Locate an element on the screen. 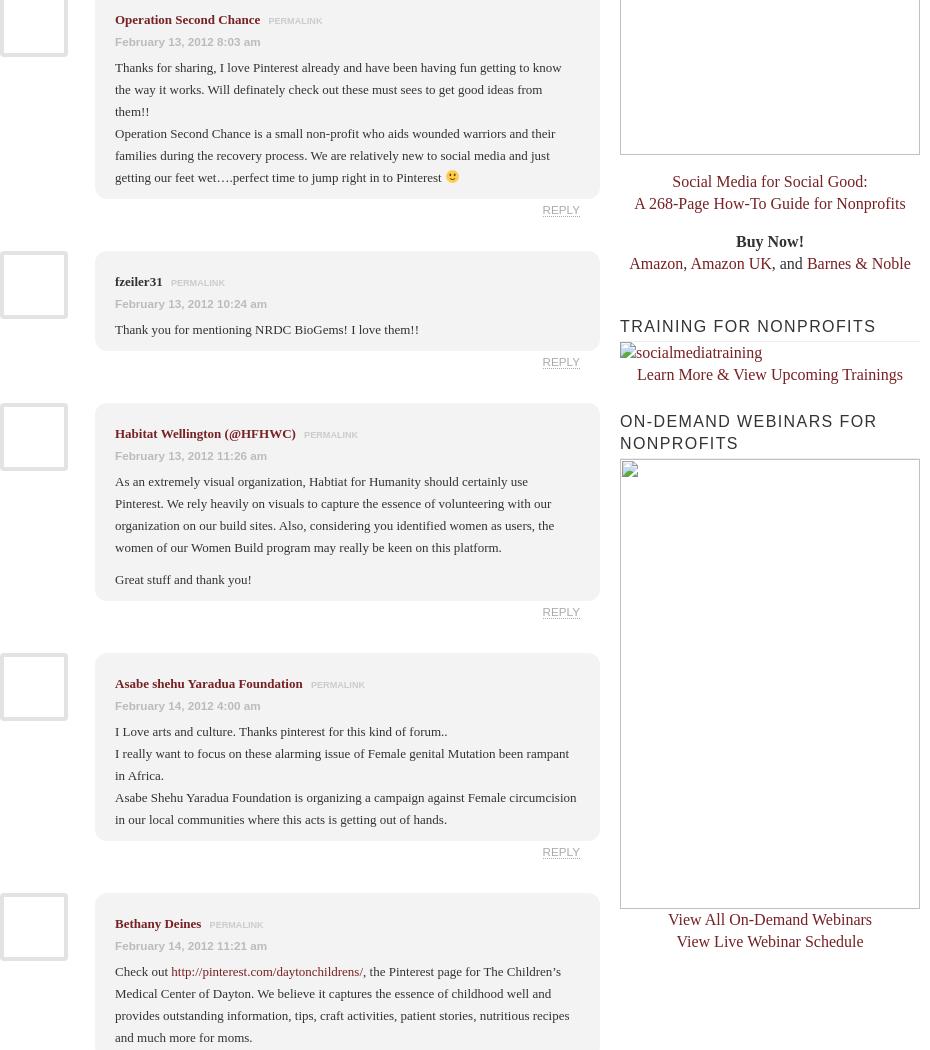 Image resolution: width=930 pixels, height=1050 pixels. 'I Love arts and culture. Thanks pinterest for this kind of forum..' is located at coordinates (281, 729).